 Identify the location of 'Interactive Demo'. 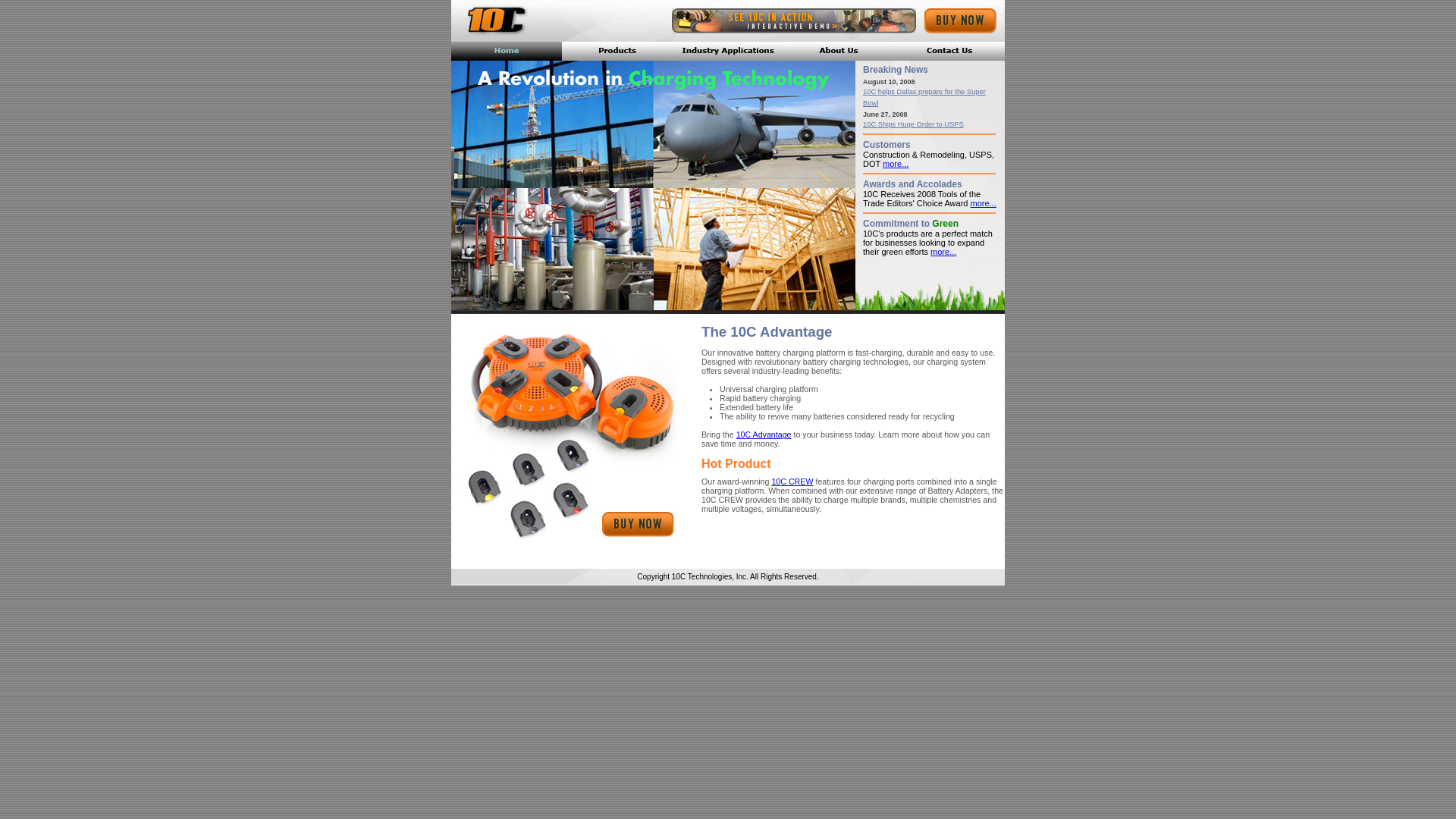
(792, 20).